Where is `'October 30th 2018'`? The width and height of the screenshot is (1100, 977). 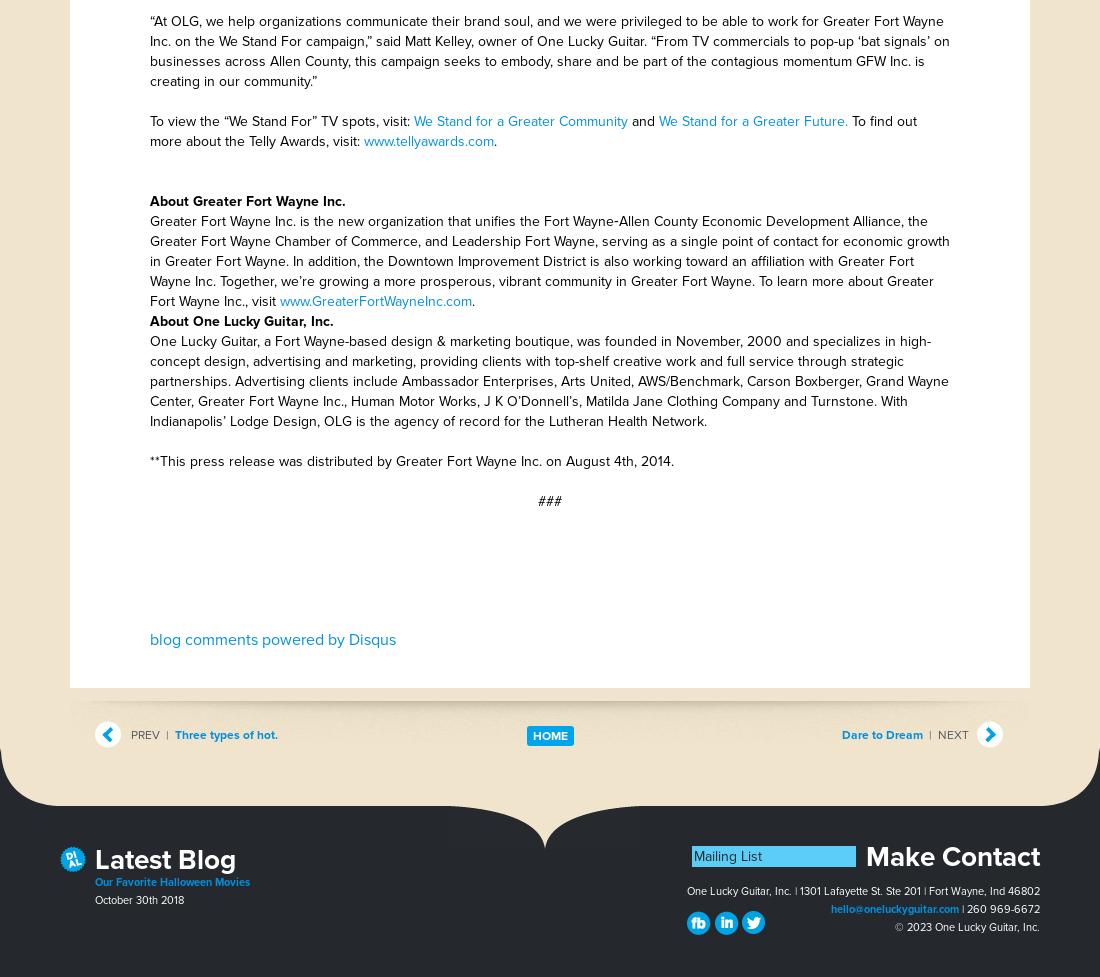 'October 30th 2018' is located at coordinates (138, 899).